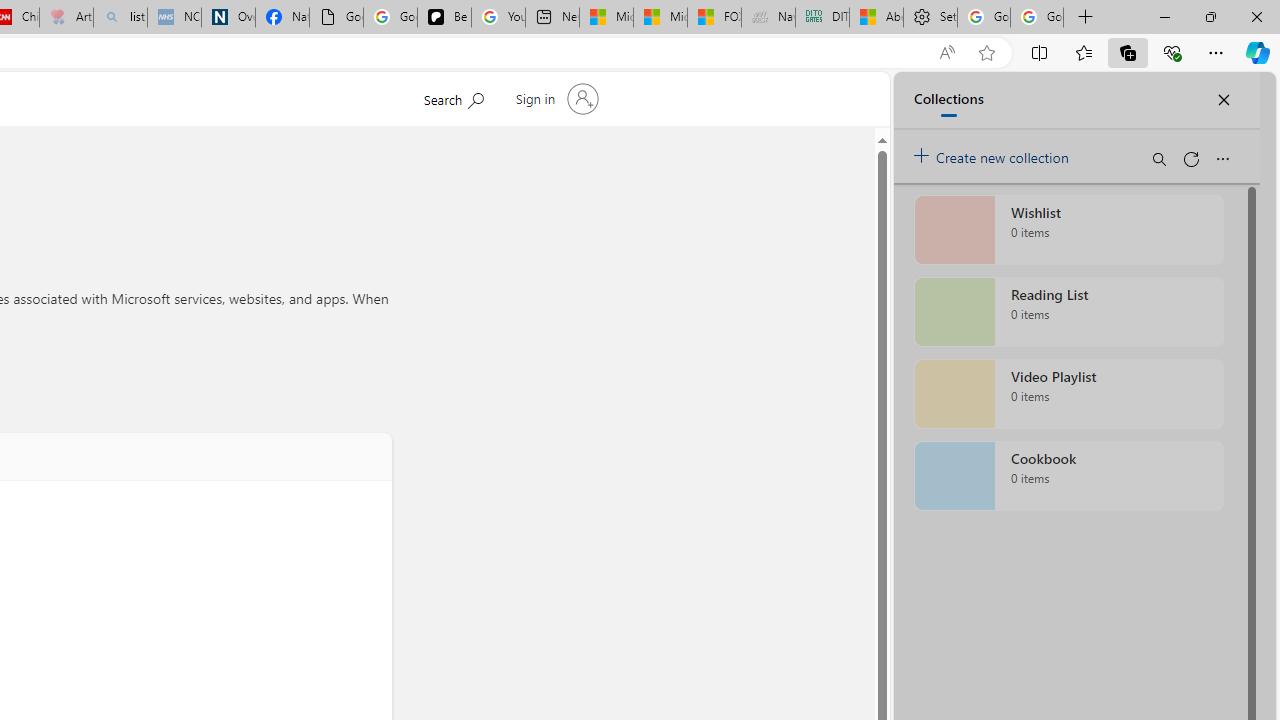 The height and width of the screenshot is (720, 1280). What do you see at coordinates (66, 17) in the screenshot?
I see `'Arthritis: Ask Health Professionals - Sleeping'` at bounding box center [66, 17].